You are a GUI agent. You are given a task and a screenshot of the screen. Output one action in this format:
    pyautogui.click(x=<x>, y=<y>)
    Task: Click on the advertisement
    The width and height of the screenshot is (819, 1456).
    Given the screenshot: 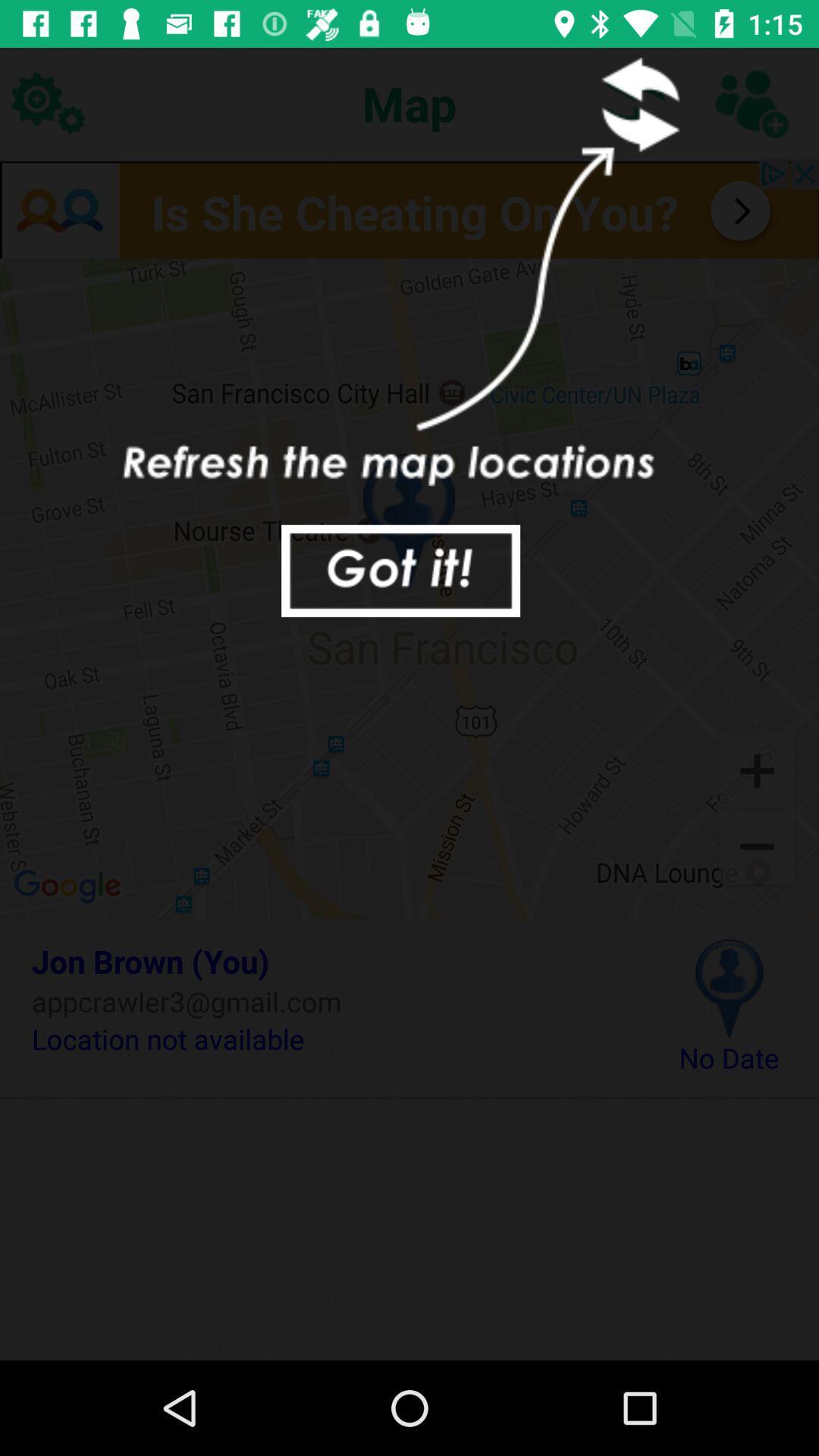 What is the action you would take?
    pyautogui.click(x=409, y=208)
    